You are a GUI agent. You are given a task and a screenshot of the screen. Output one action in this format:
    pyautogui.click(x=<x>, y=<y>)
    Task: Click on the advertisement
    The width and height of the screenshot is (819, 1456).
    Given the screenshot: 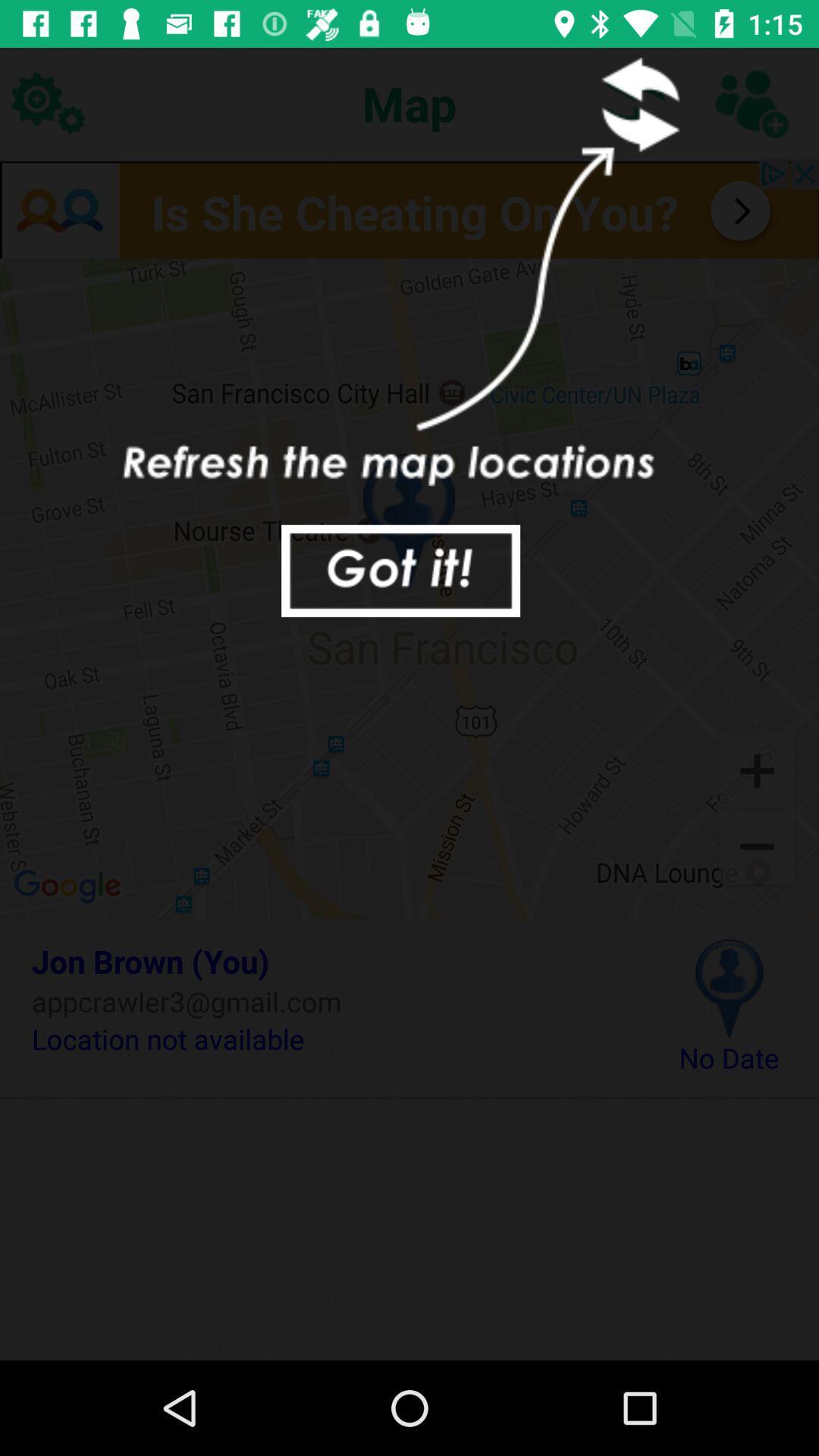 What is the action you would take?
    pyautogui.click(x=409, y=208)
    